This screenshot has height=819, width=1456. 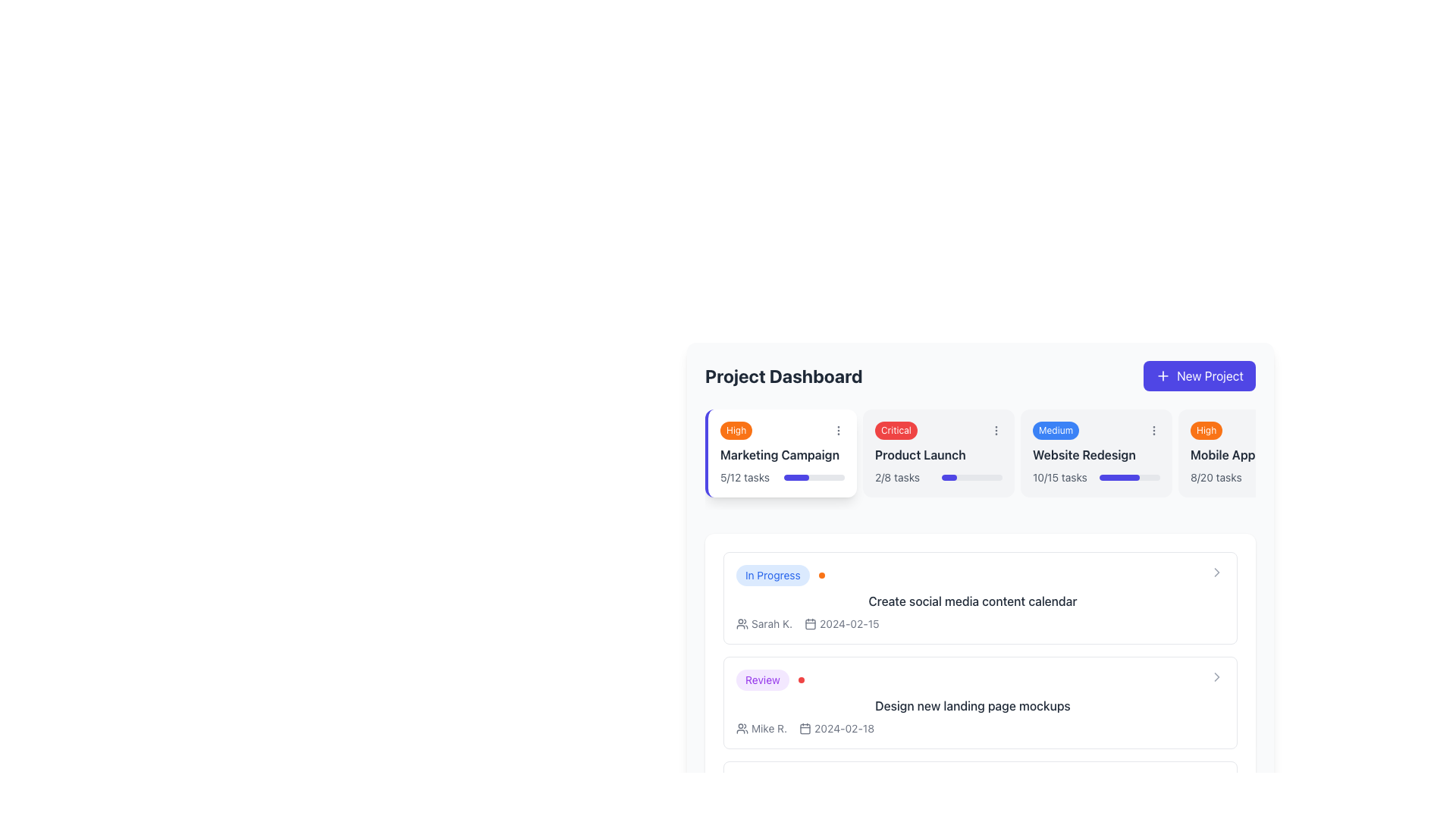 What do you see at coordinates (1216, 476) in the screenshot?
I see `text content of the Text Label indicating completed versus total tasks within the 'Mobile App' project card, located at the bottom-right portion of the card section` at bounding box center [1216, 476].